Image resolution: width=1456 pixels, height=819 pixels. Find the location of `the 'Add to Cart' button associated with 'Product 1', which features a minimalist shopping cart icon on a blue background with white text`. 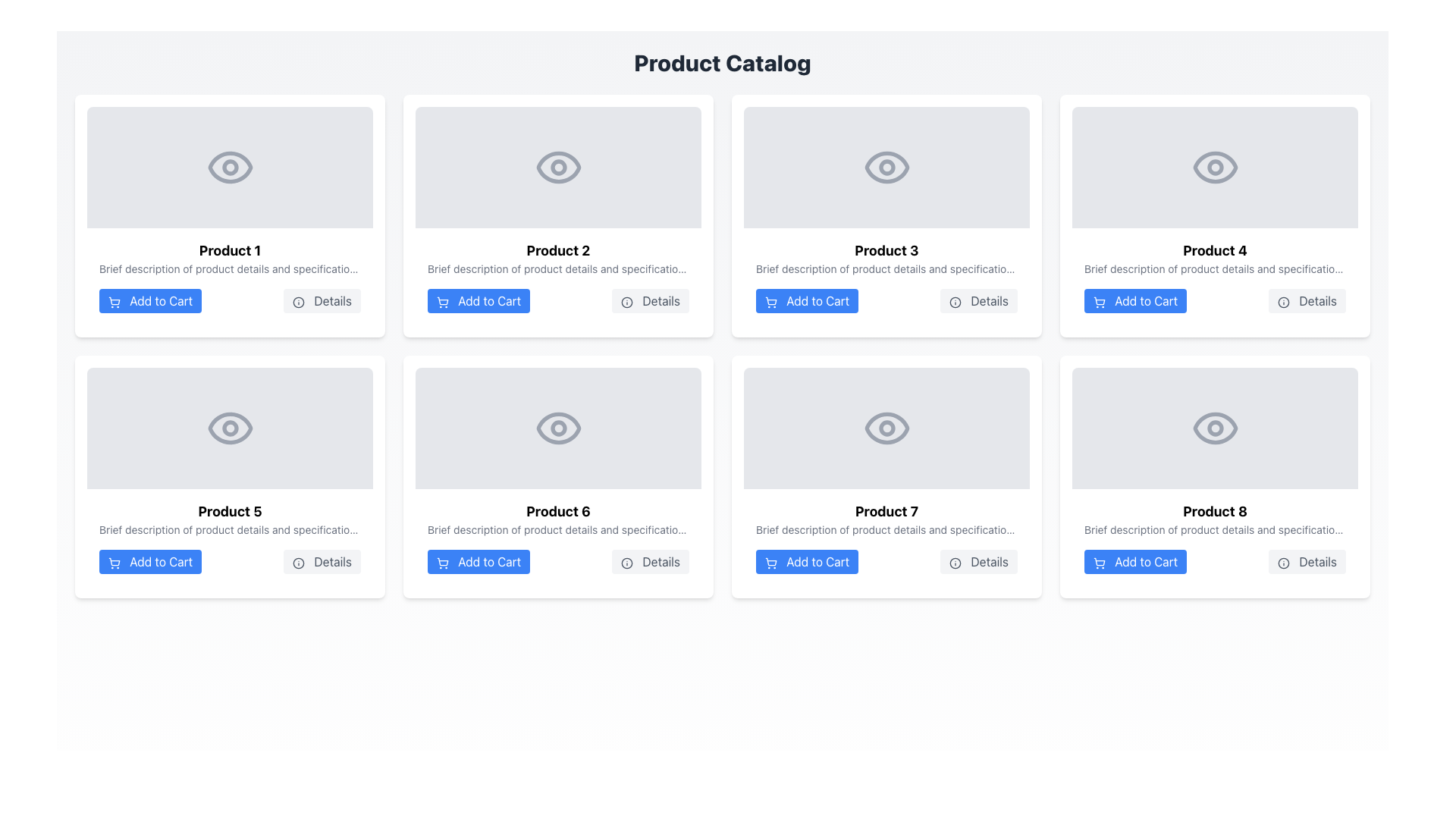

the 'Add to Cart' button associated with 'Product 1', which features a minimalist shopping cart icon on a blue background with white text is located at coordinates (113, 301).